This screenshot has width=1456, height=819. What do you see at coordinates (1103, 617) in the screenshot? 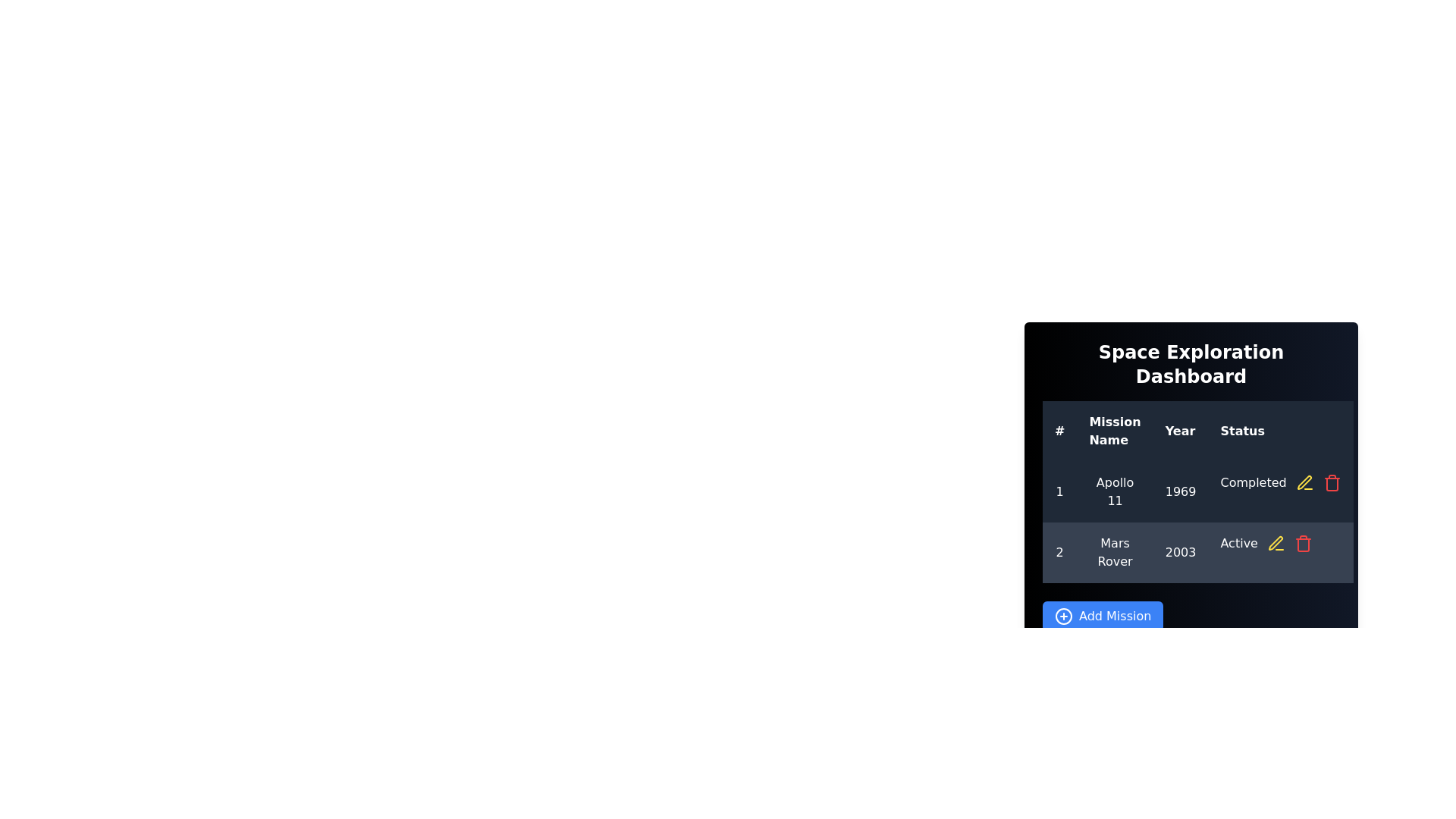
I see `the blue rectangular button with rounded corners labeled 'Add Mission' to observe its hover effect` at bounding box center [1103, 617].